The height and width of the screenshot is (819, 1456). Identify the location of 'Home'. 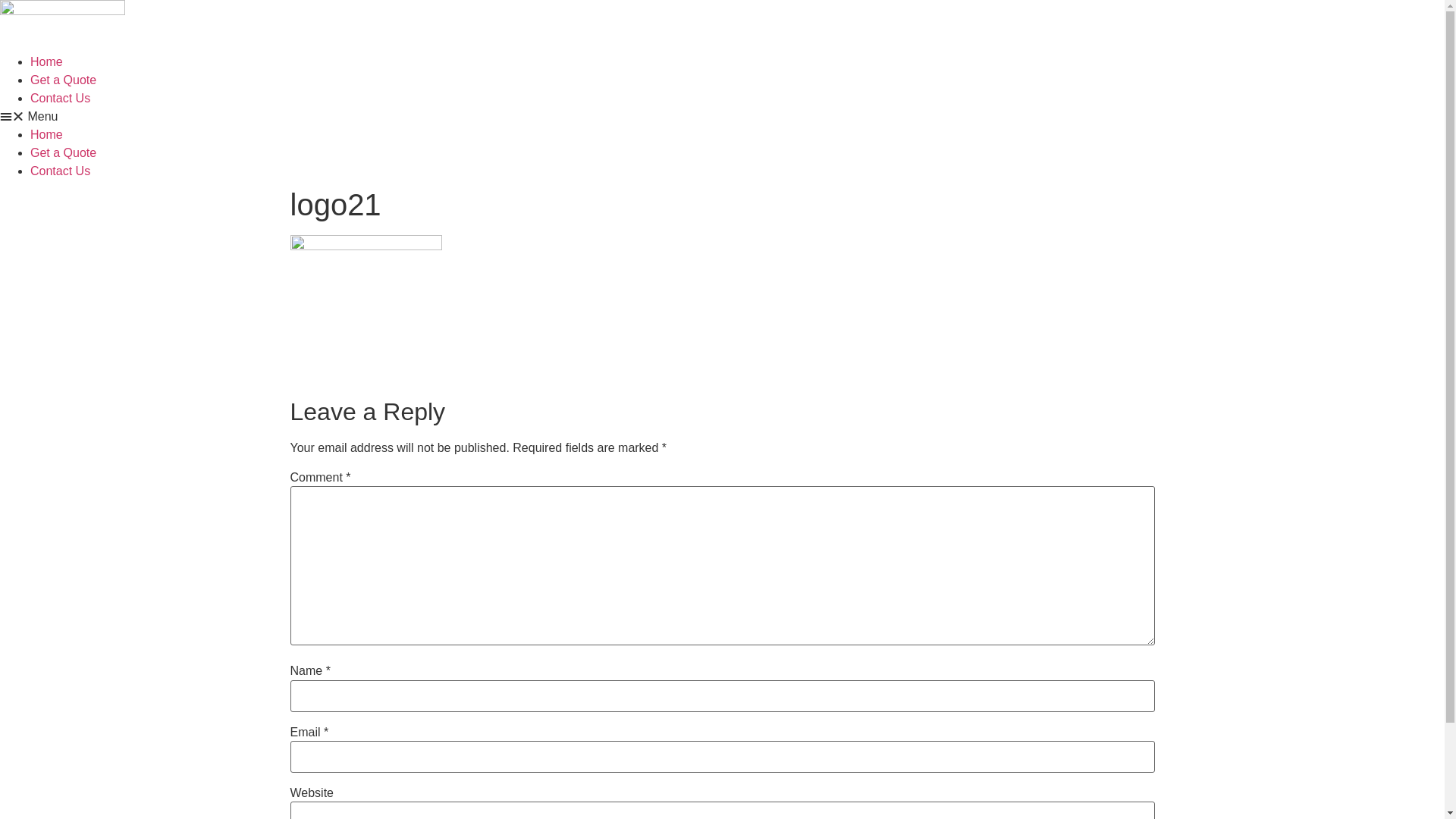
(46, 133).